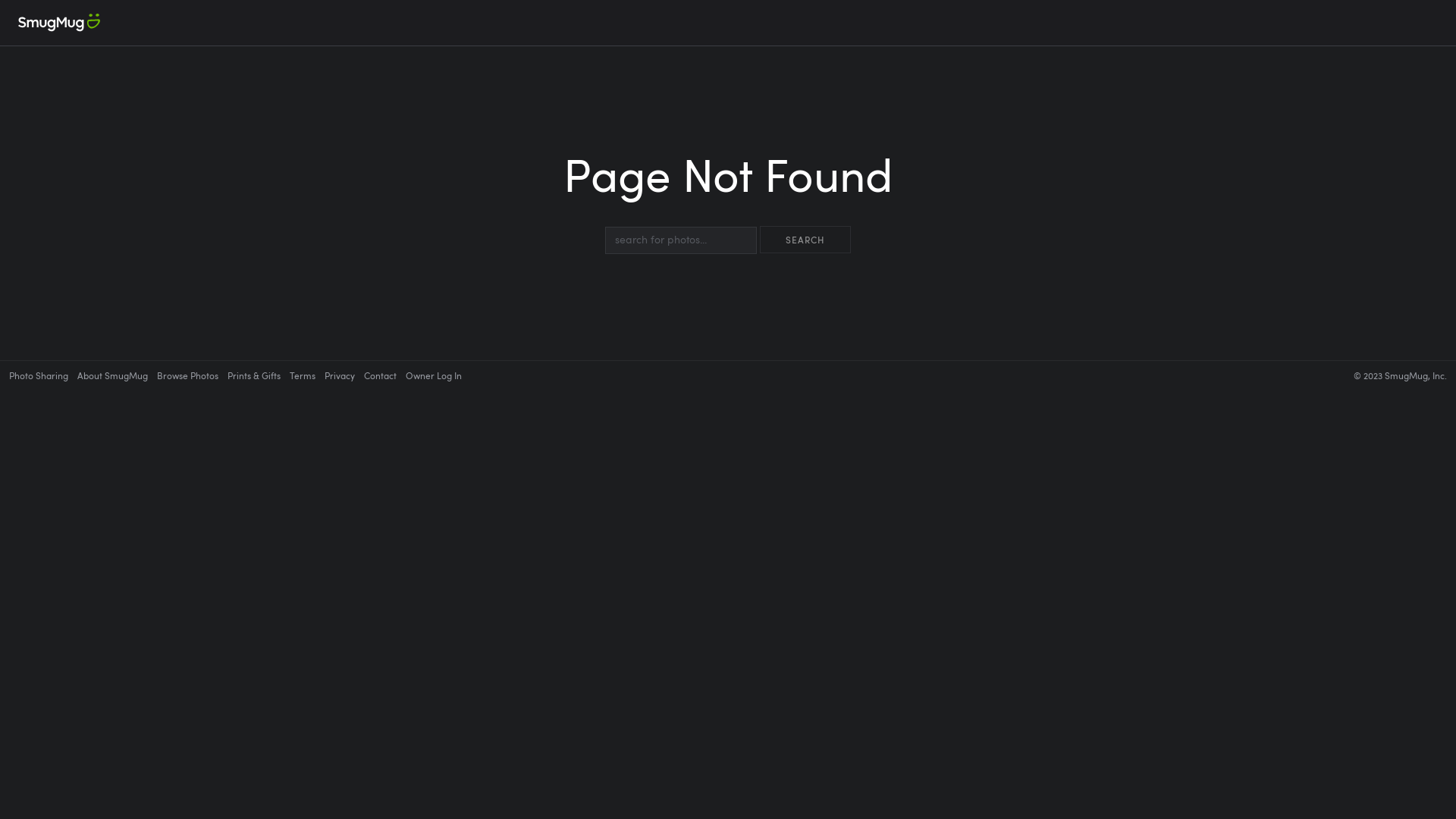  I want to click on 'SEARCH', so click(804, 239).